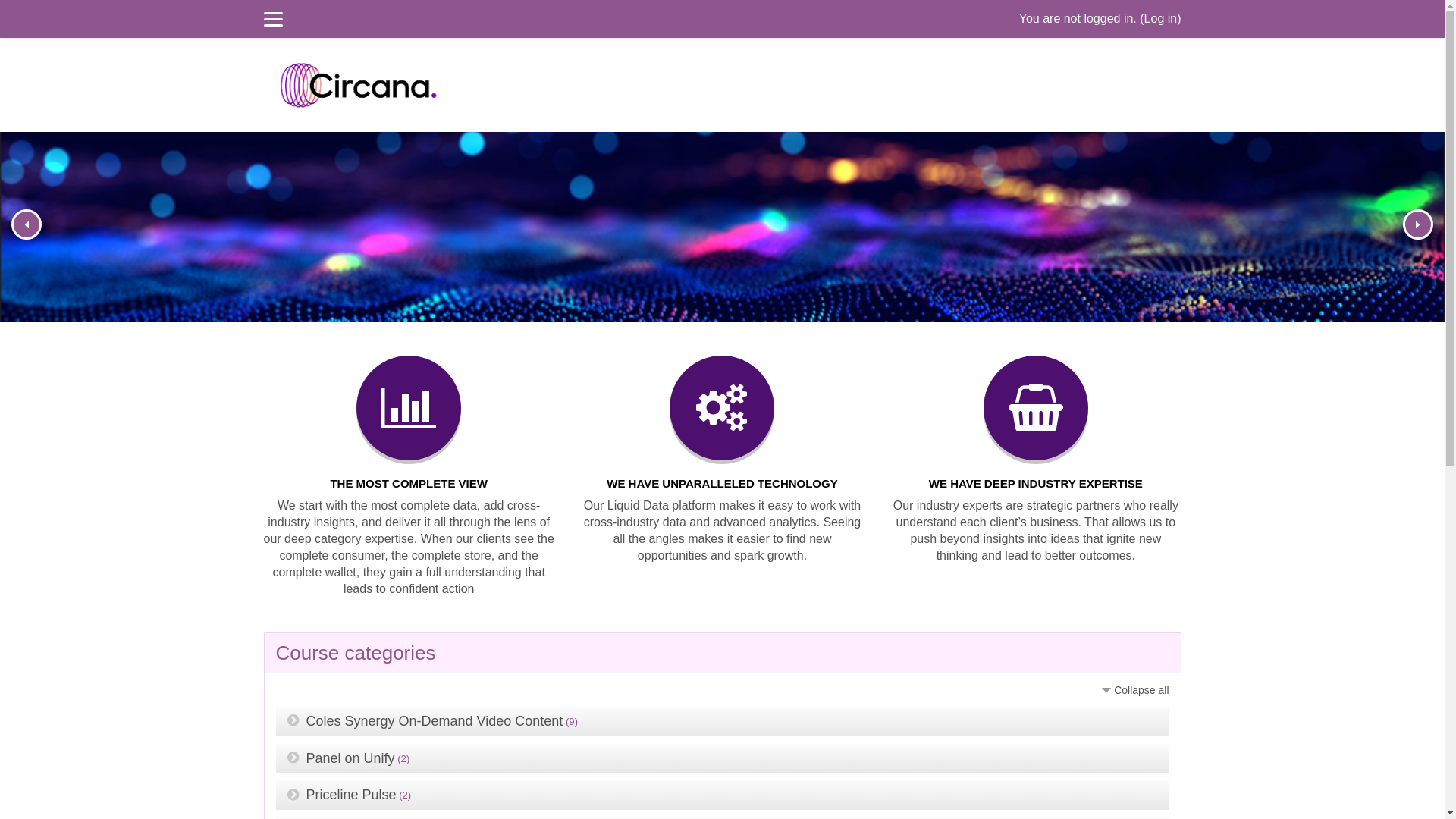 This screenshot has width=1456, height=819. What do you see at coordinates (1160, 18) in the screenshot?
I see `'Log in'` at bounding box center [1160, 18].